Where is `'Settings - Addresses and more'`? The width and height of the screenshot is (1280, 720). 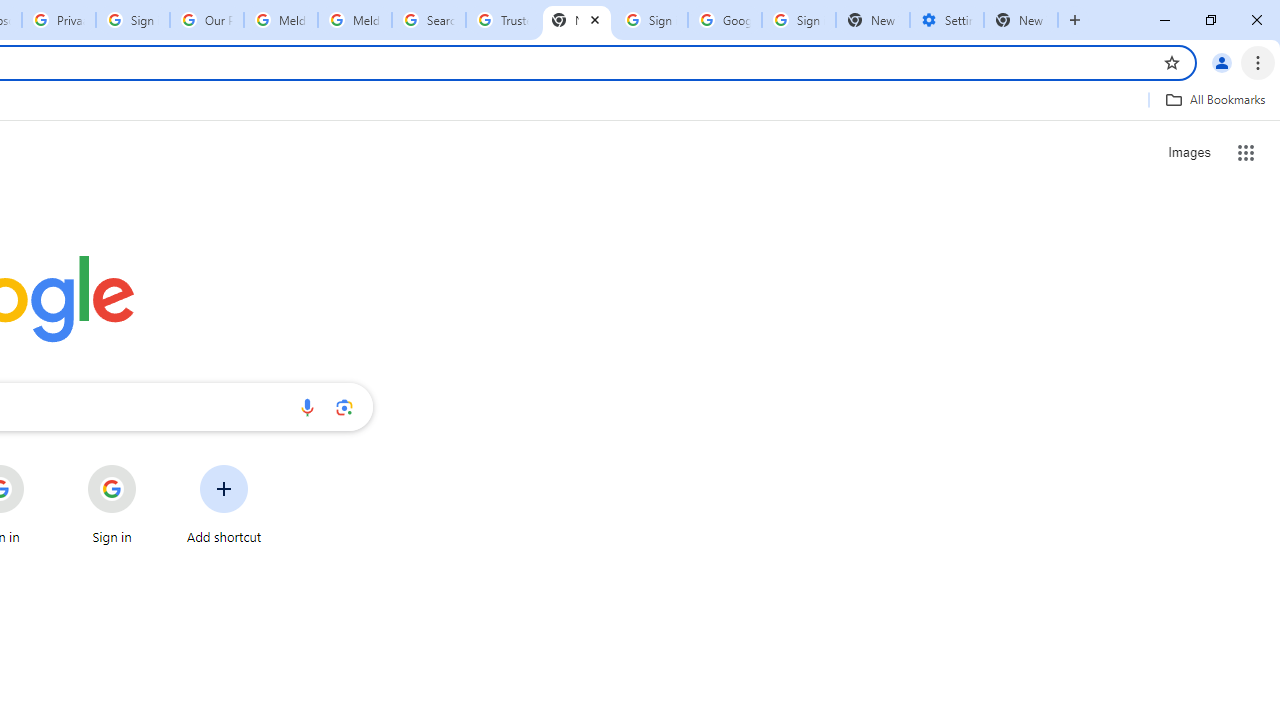
'Settings - Addresses and more' is located at coordinates (946, 20).